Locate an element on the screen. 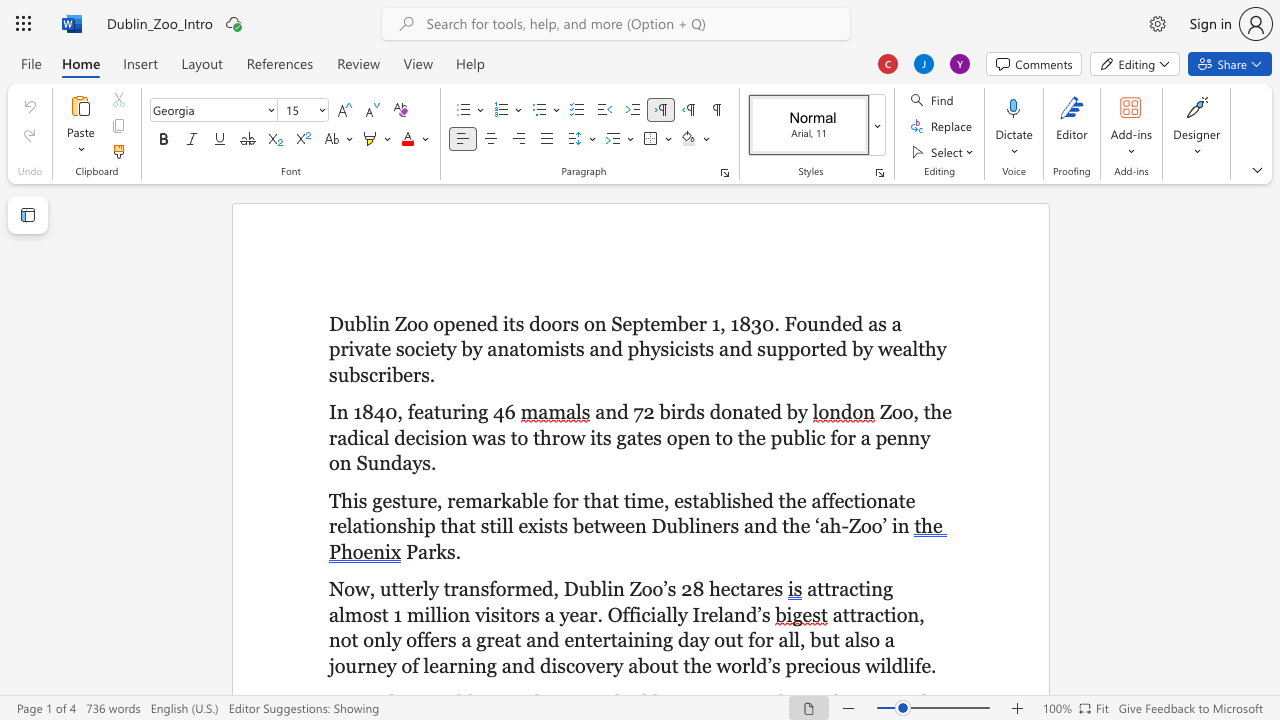 The width and height of the screenshot is (1280, 720). the 4th character "d" in the text is located at coordinates (857, 323).